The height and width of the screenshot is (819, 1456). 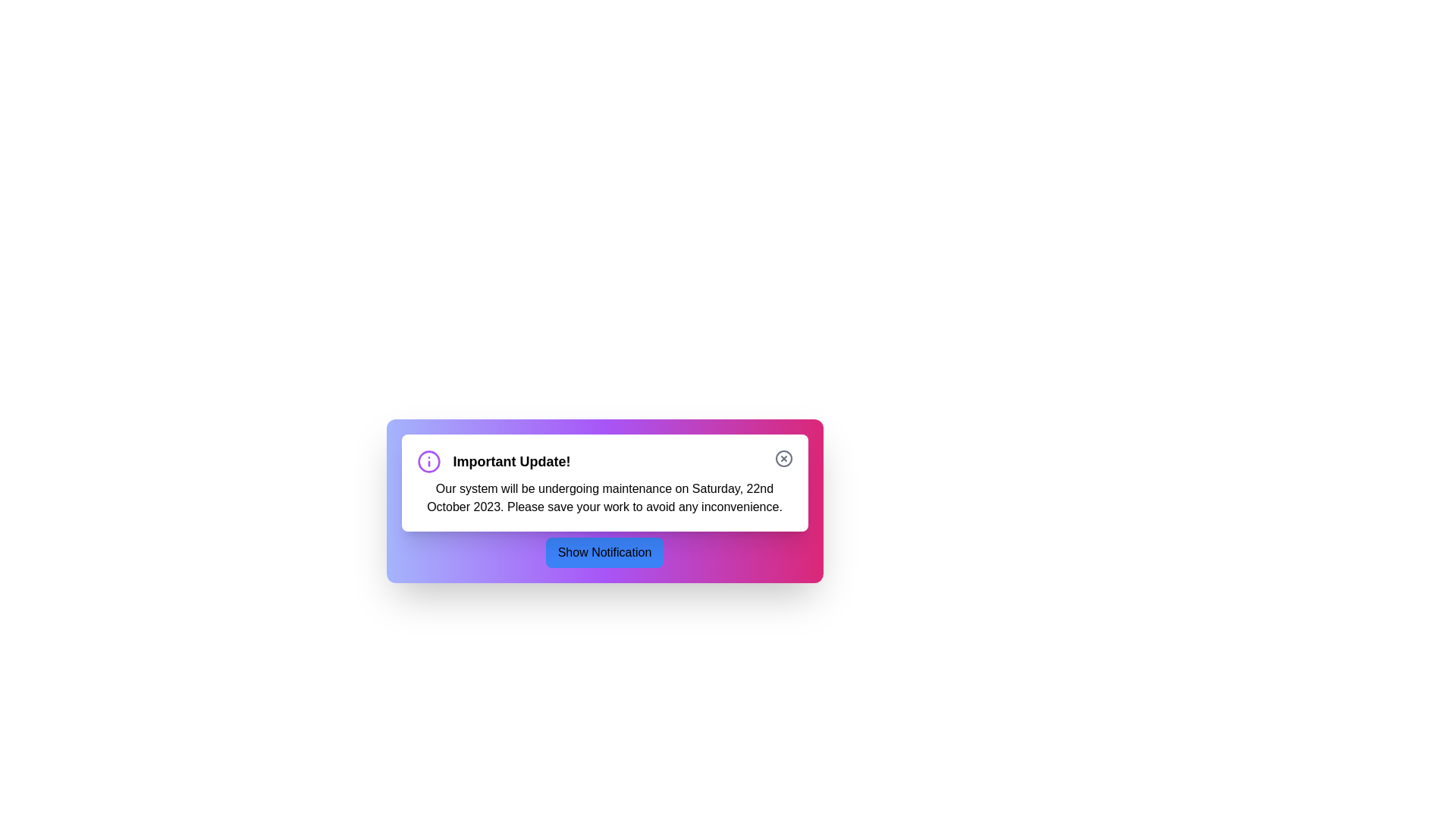 I want to click on close button located at the top-right corner of the notification card, so click(x=783, y=458).